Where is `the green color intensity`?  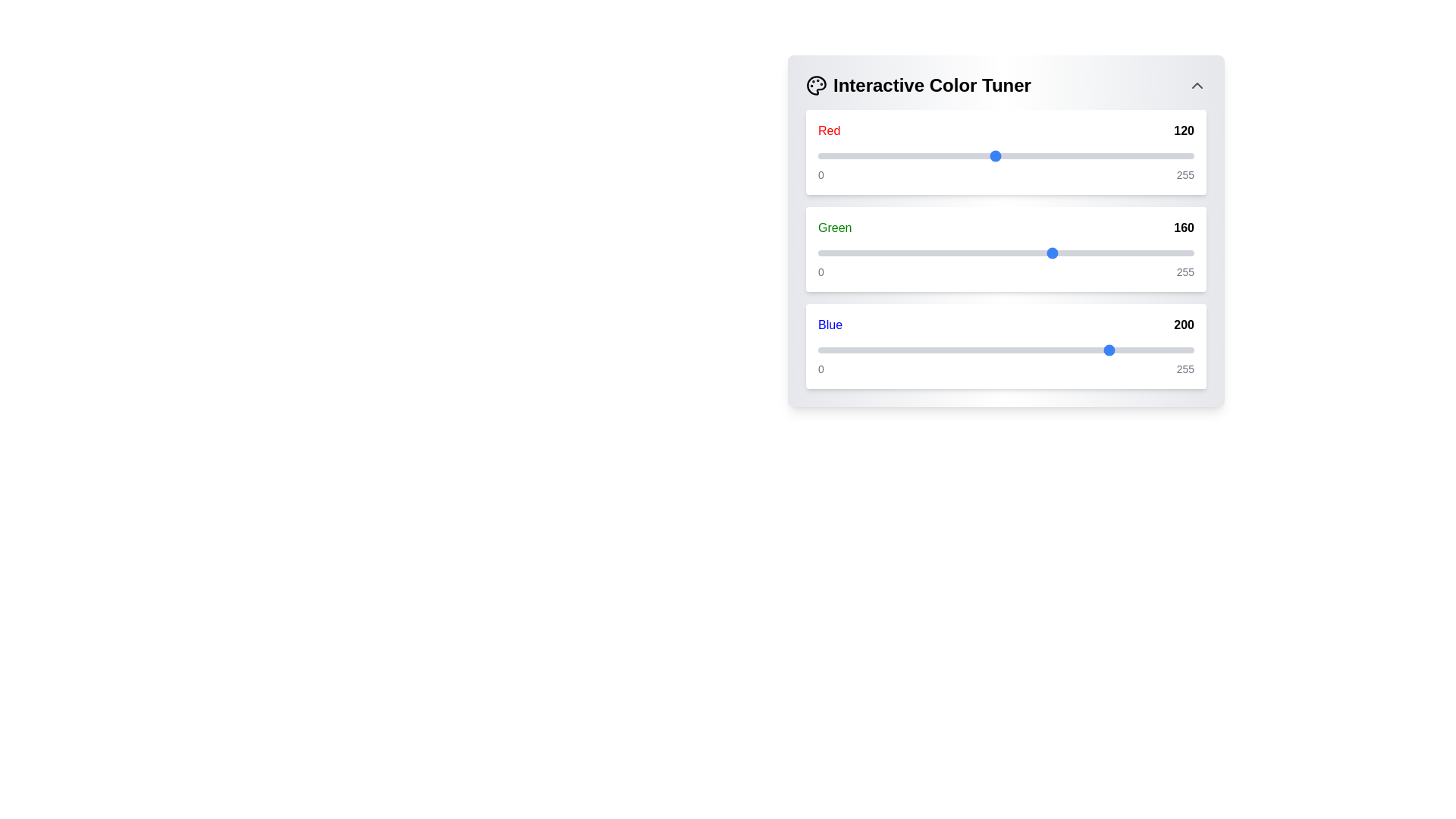
the green color intensity is located at coordinates (1150, 253).